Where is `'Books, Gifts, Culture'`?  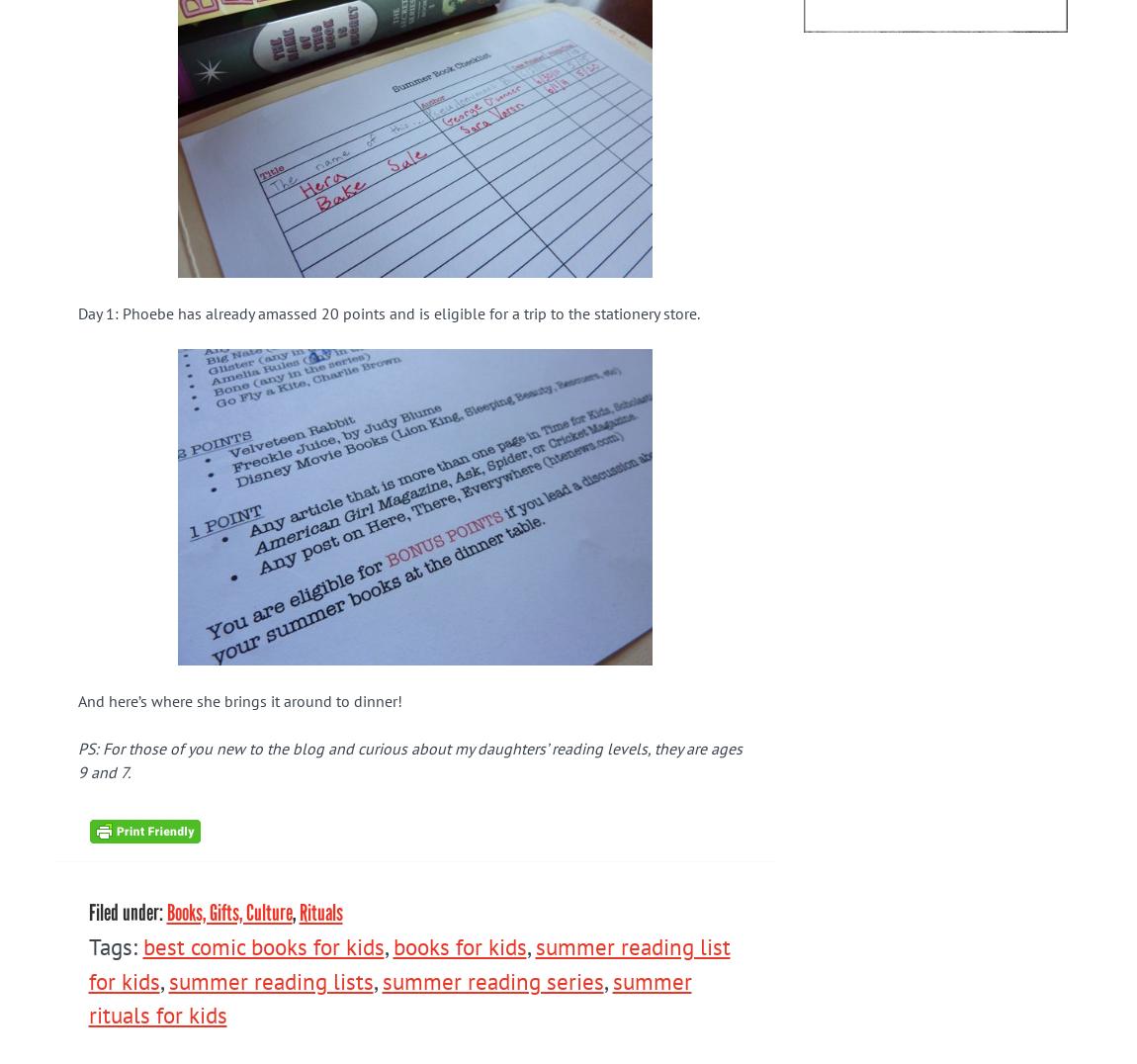
'Books, Gifts, Culture' is located at coordinates (227, 911).